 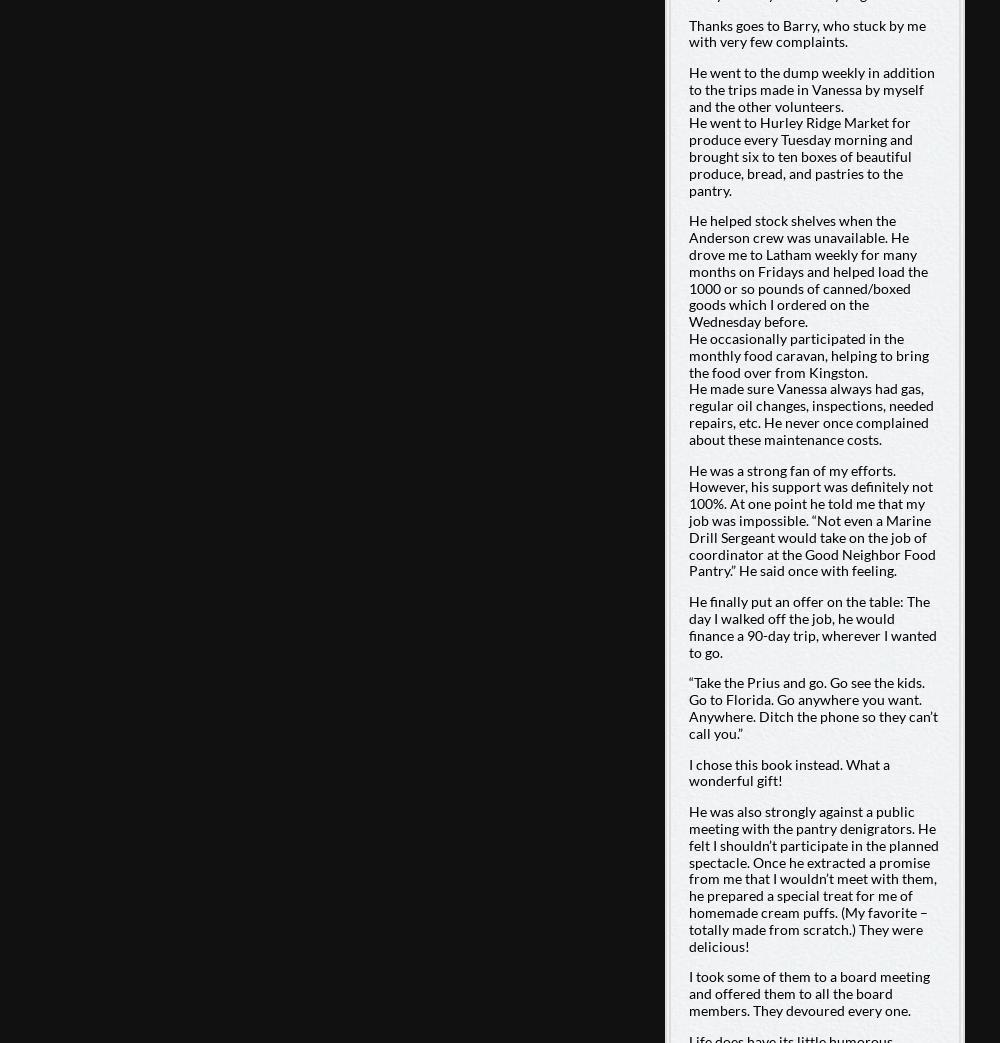 I want to click on '“Take the Prius and go. Go see the kids. Go to Florida. Go anywhere you want. Anywhere. Ditch the phone so they can’t call you.”', so click(x=812, y=707).